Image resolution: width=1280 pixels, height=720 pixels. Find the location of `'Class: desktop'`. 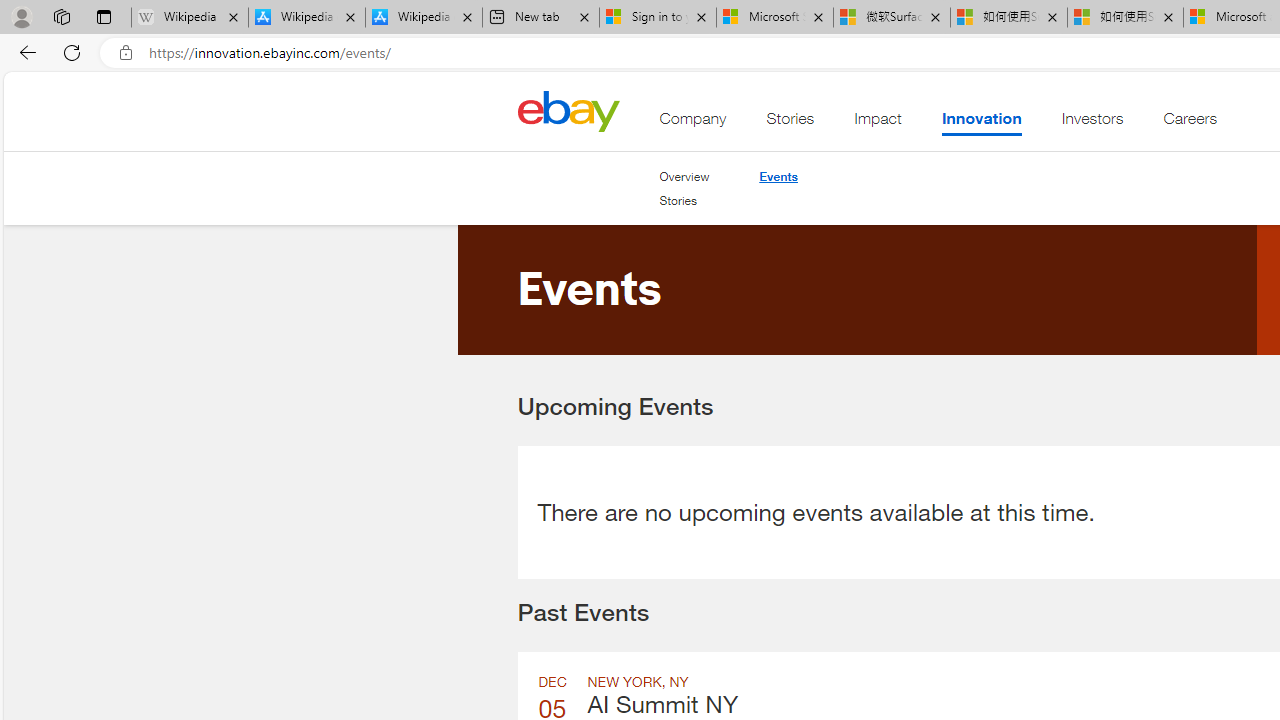

'Class: desktop' is located at coordinates (567, 111).